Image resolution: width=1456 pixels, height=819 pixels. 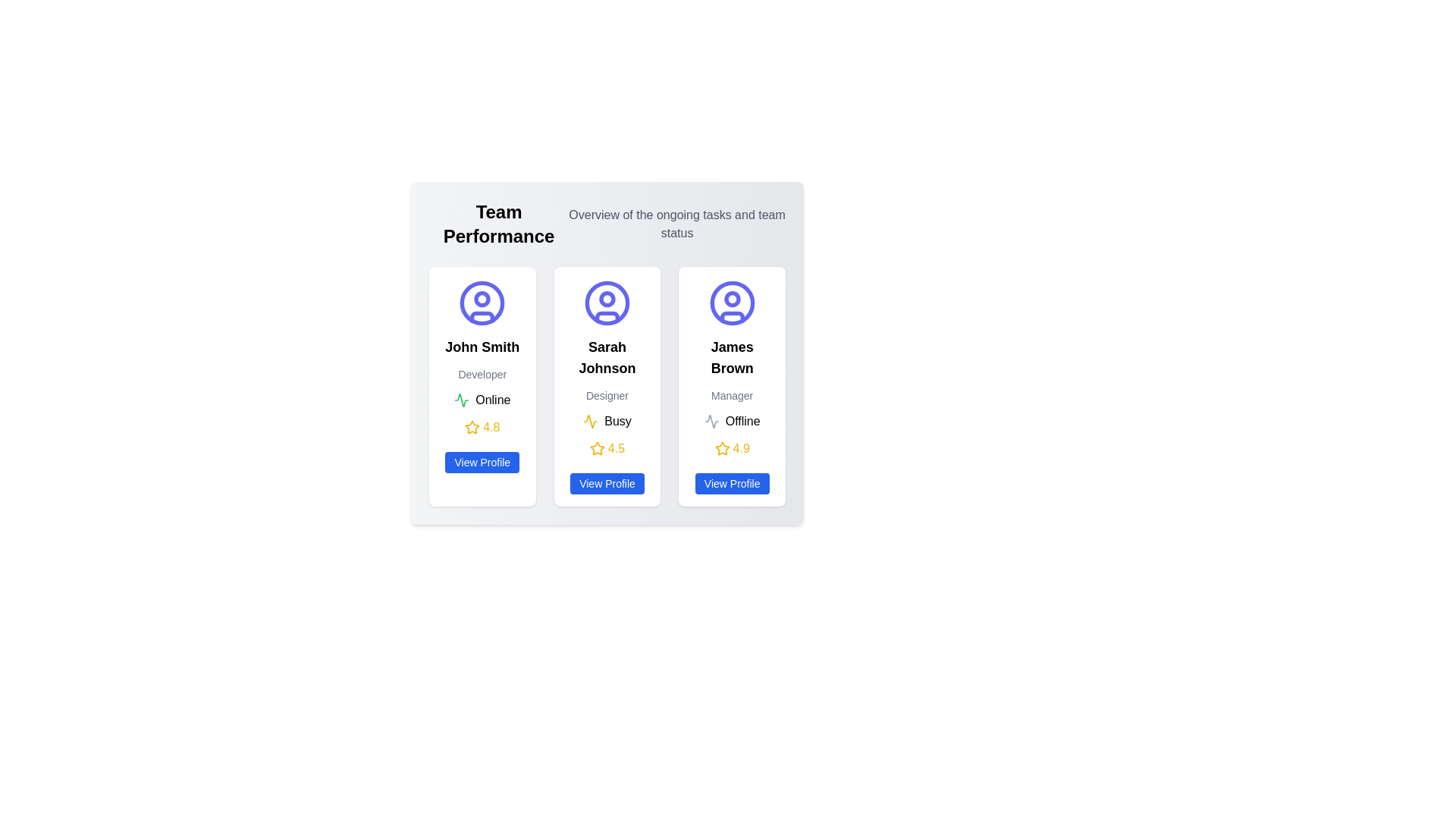 I want to click on the job title label indicating the role associated with the profile of John Smith, which is located beneath his name and above the status indicator 'Online', so click(x=482, y=374).